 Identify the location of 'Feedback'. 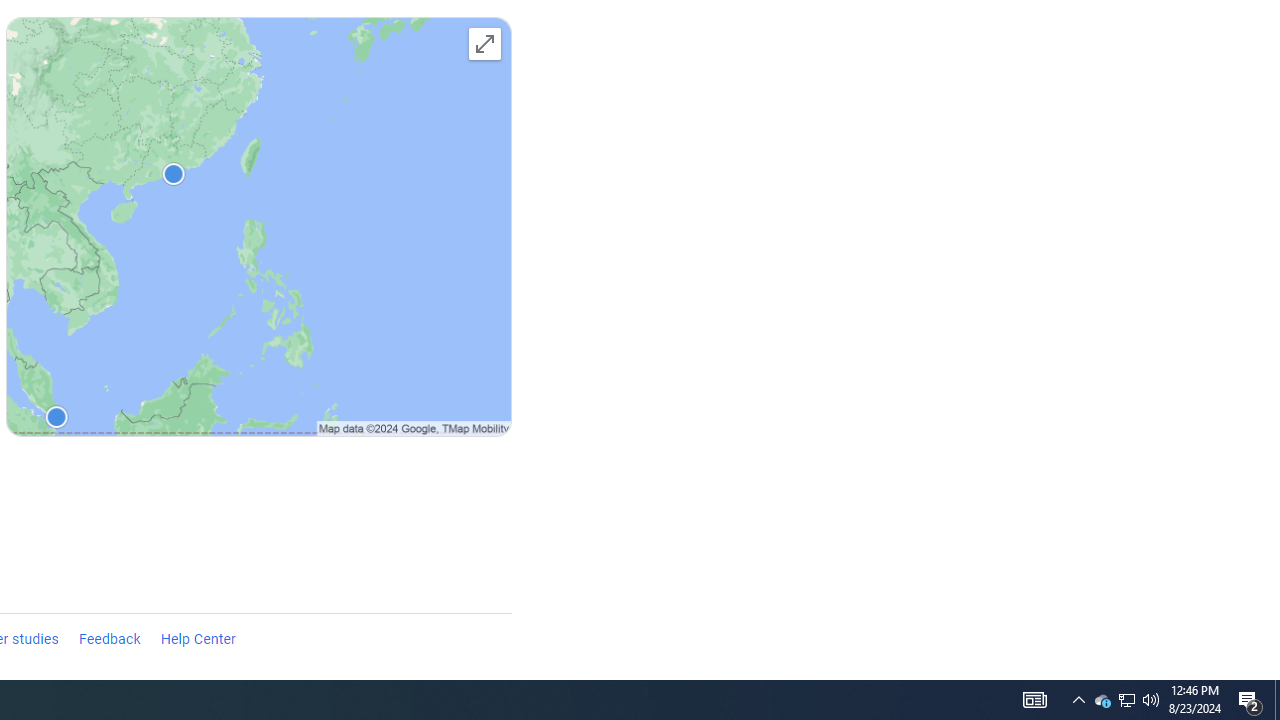
(108, 640).